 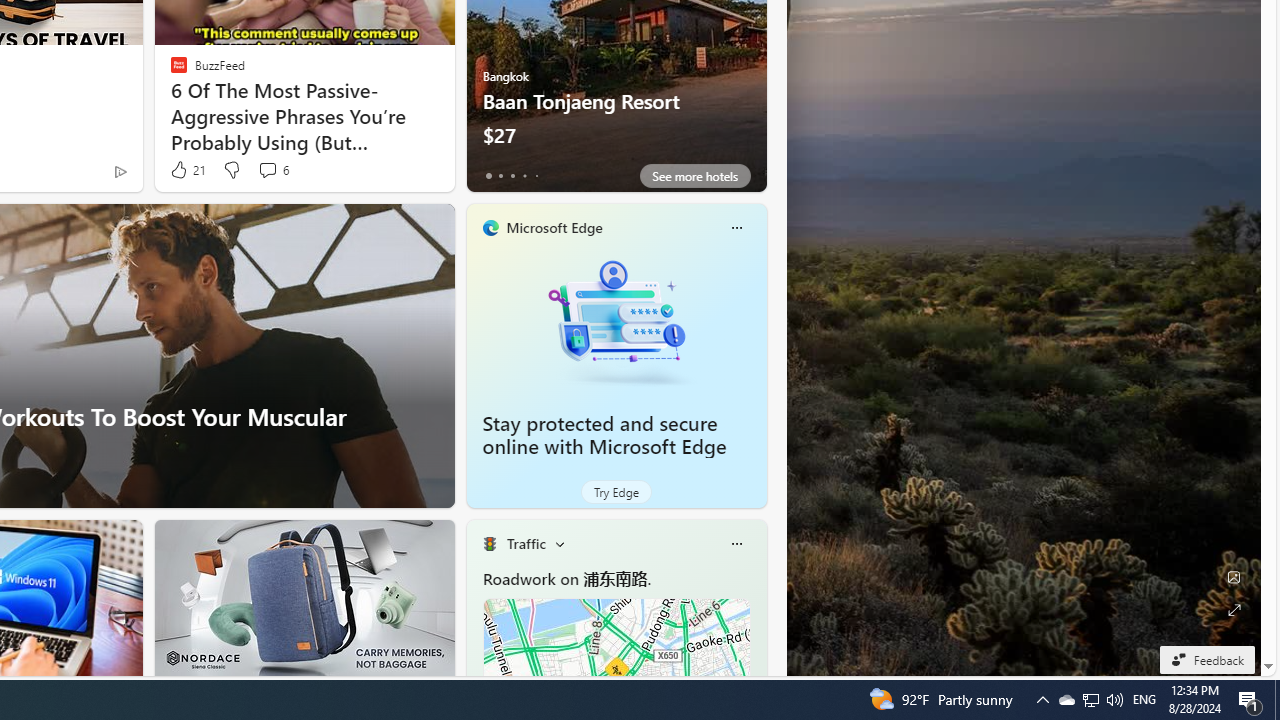 I want to click on 'tab-2', so click(x=512, y=175).